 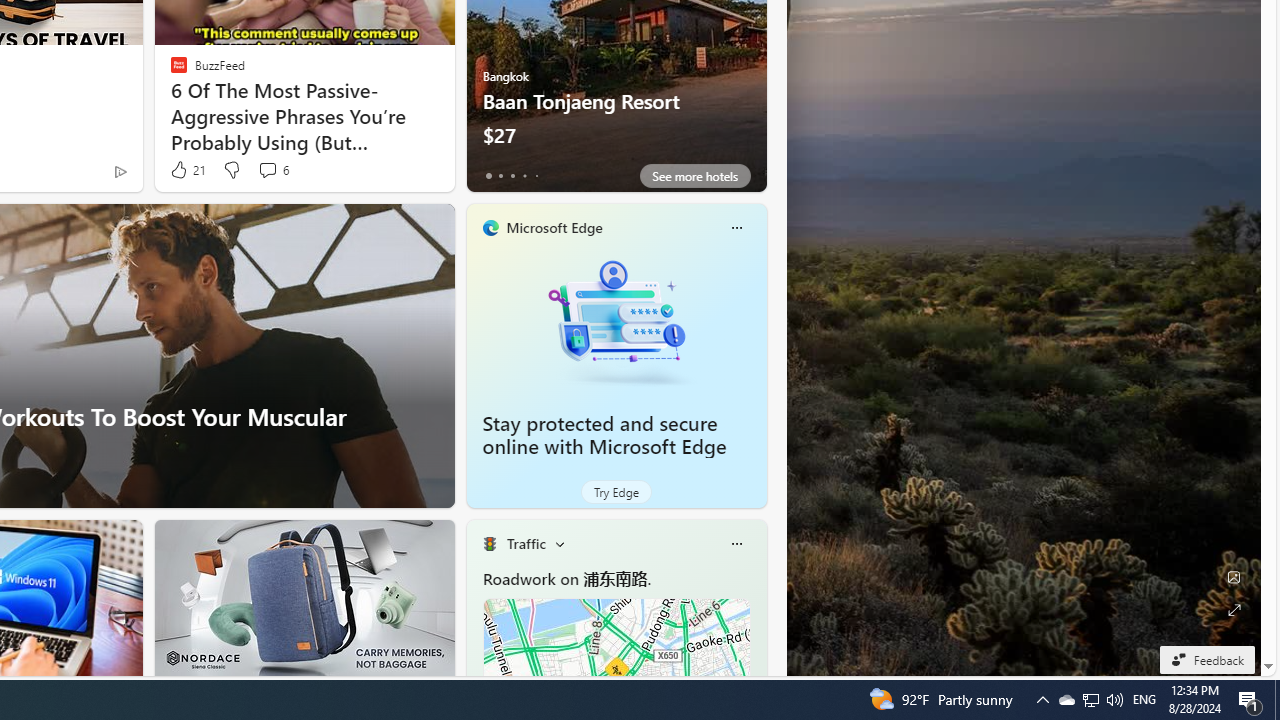 I want to click on 'tab-2', so click(x=512, y=175).